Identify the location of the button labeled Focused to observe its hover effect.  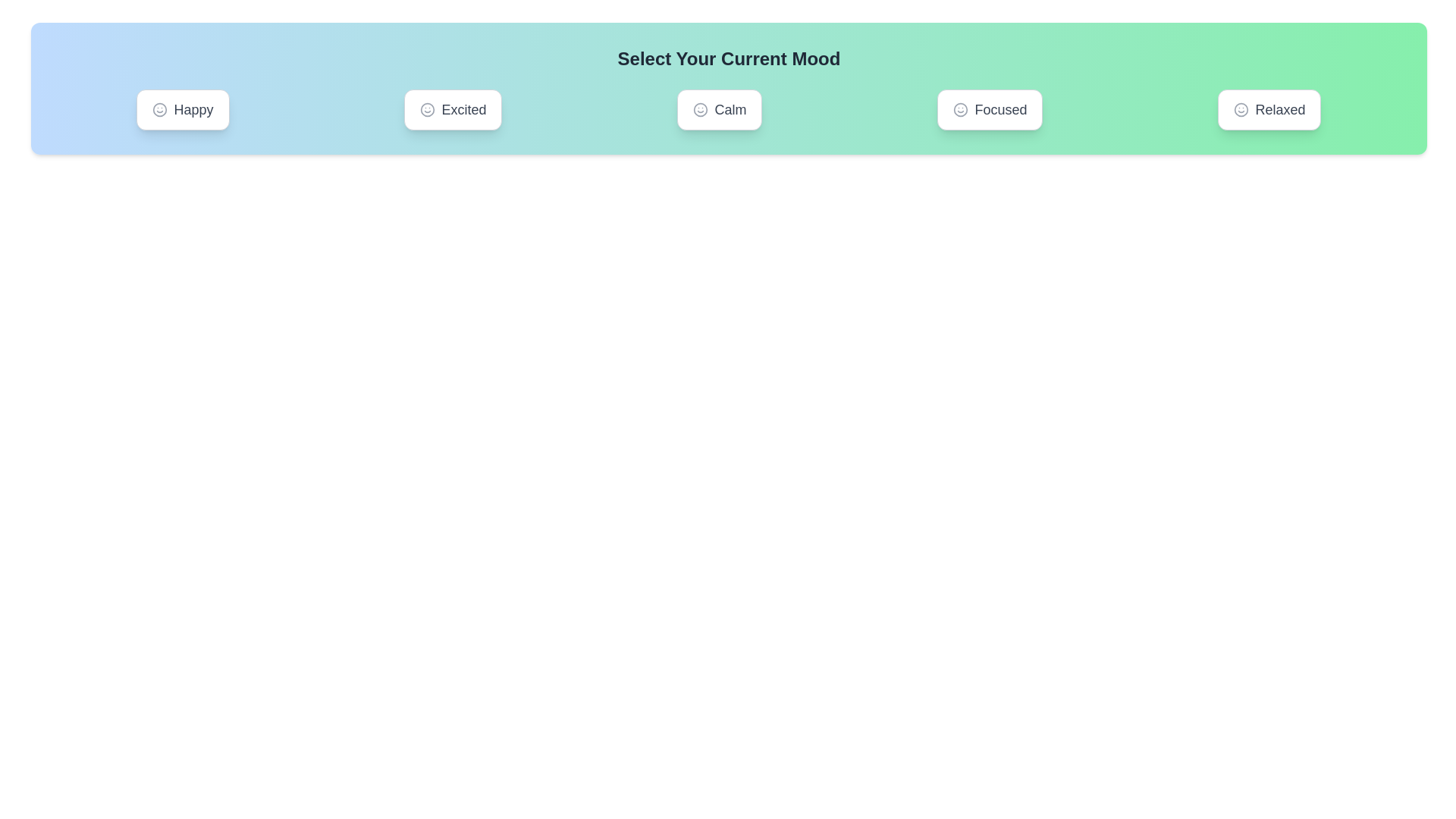
(990, 109).